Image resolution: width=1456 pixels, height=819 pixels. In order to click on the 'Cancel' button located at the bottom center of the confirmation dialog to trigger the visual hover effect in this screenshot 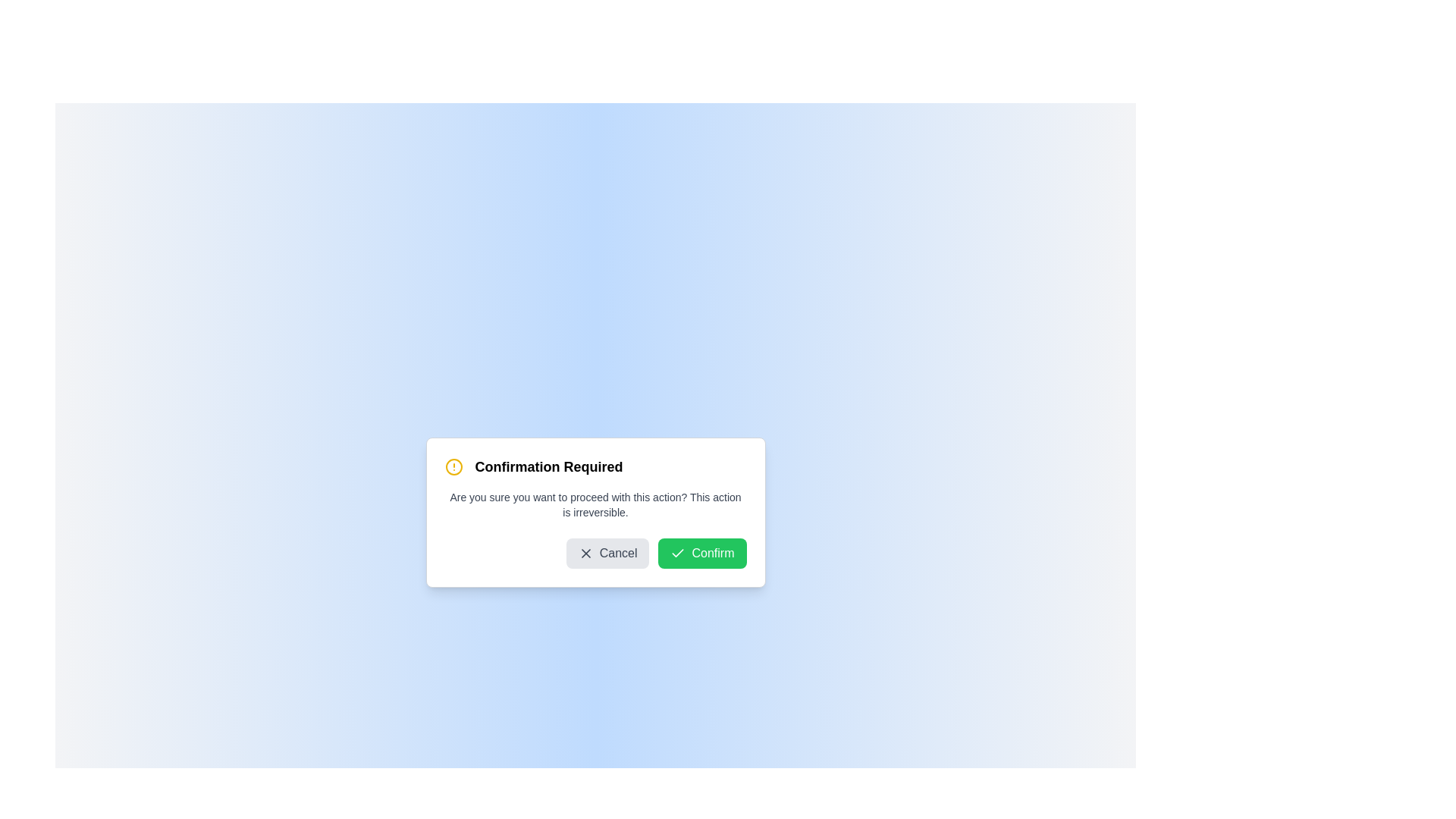, I will do `click(607, 553)`.